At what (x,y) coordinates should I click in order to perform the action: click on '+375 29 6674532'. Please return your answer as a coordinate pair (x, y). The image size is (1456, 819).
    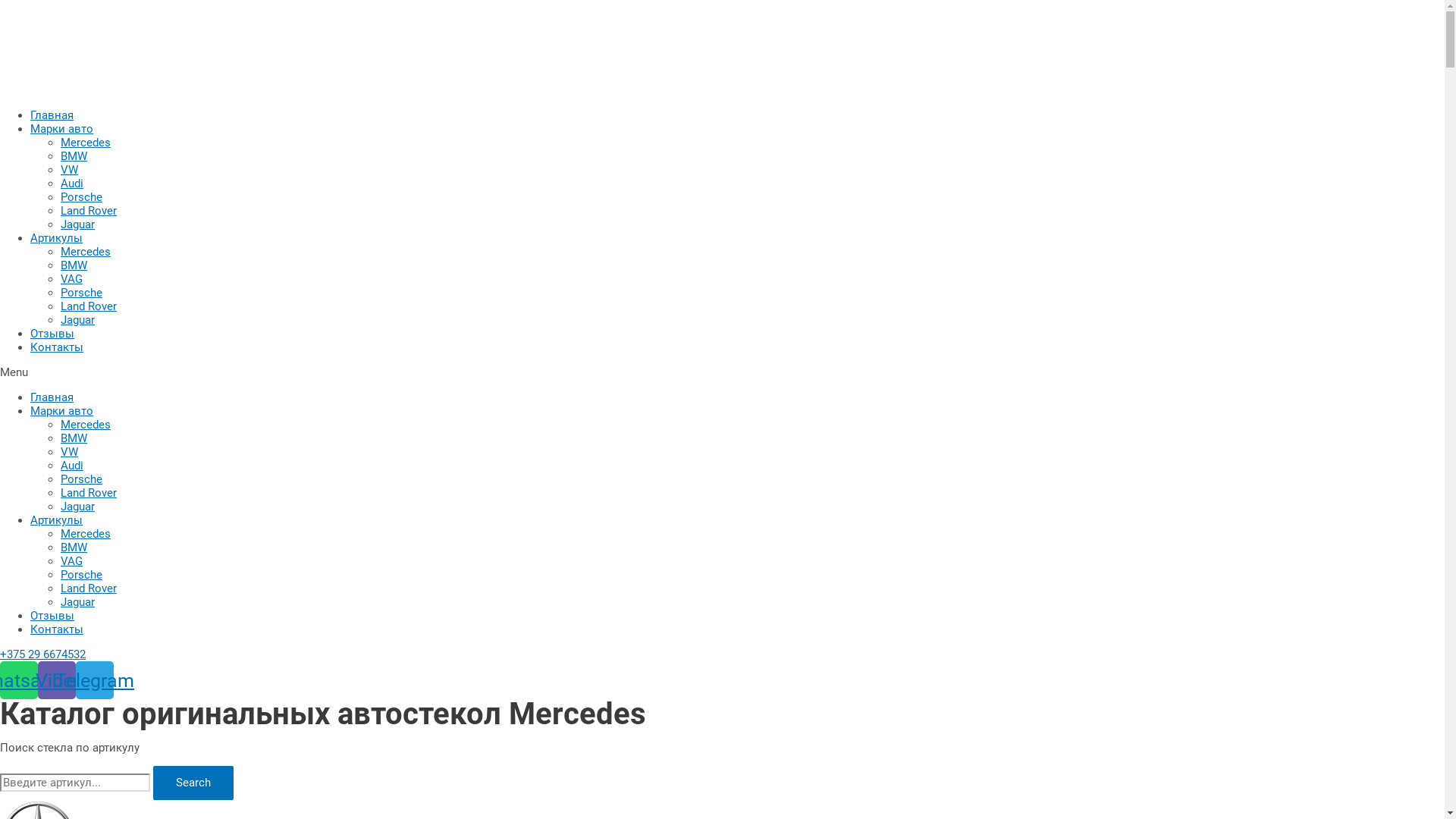
    Looking at the image, I should click on (42, 654).